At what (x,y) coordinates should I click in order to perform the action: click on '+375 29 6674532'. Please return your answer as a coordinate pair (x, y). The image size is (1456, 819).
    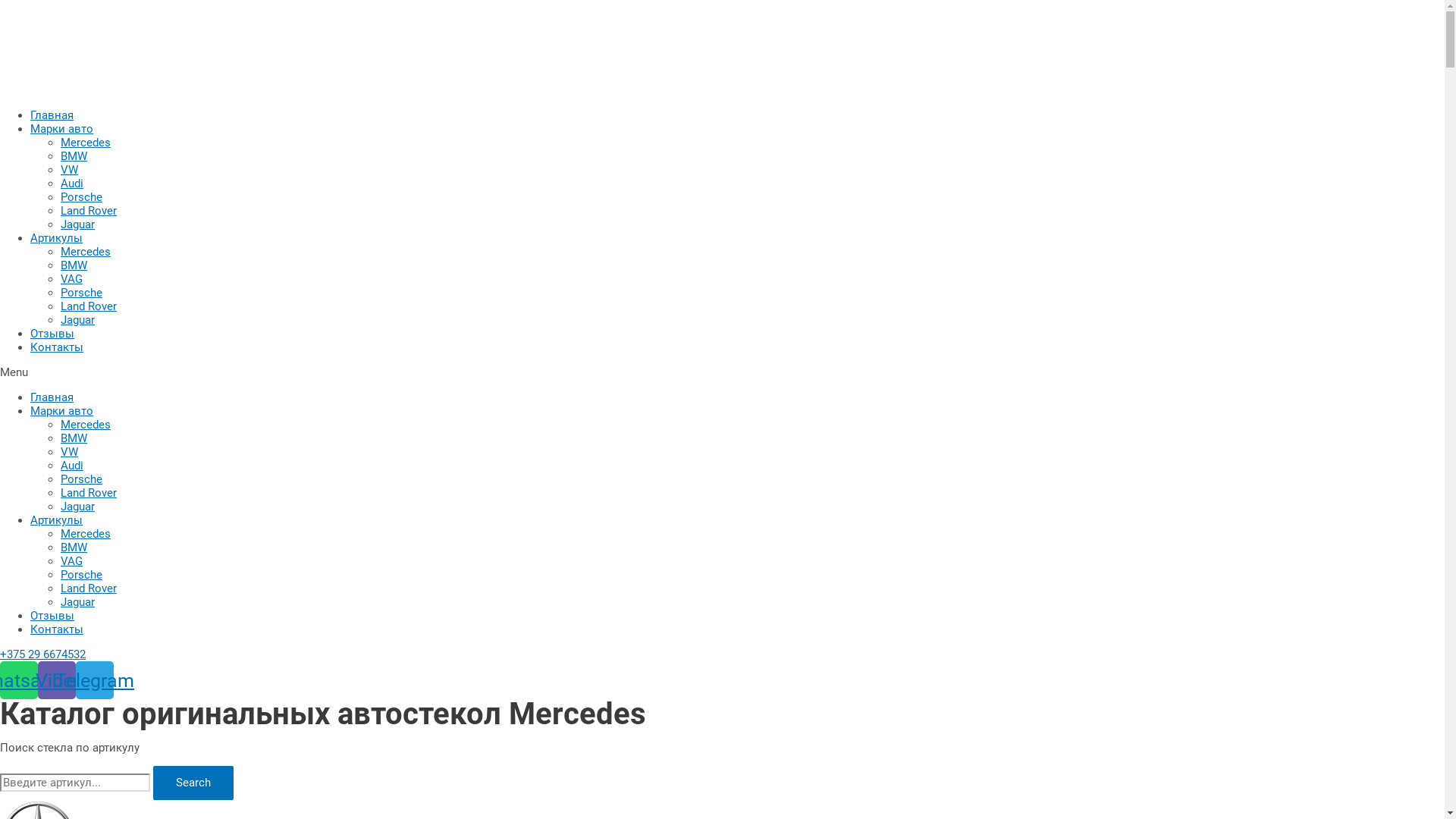
    Looking at the image, I should click on (42, 654).